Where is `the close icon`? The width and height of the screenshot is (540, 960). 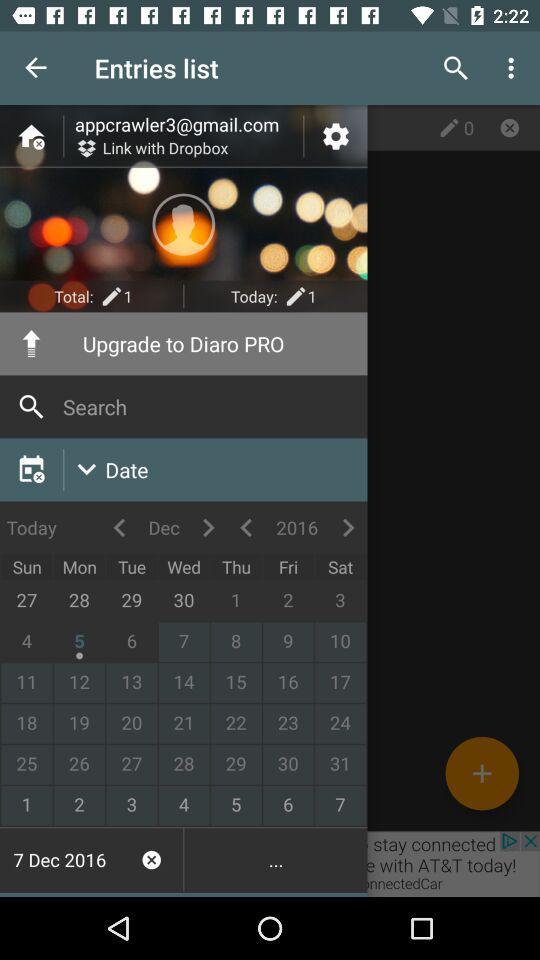 the close icon is located at coordinates (509, 126).